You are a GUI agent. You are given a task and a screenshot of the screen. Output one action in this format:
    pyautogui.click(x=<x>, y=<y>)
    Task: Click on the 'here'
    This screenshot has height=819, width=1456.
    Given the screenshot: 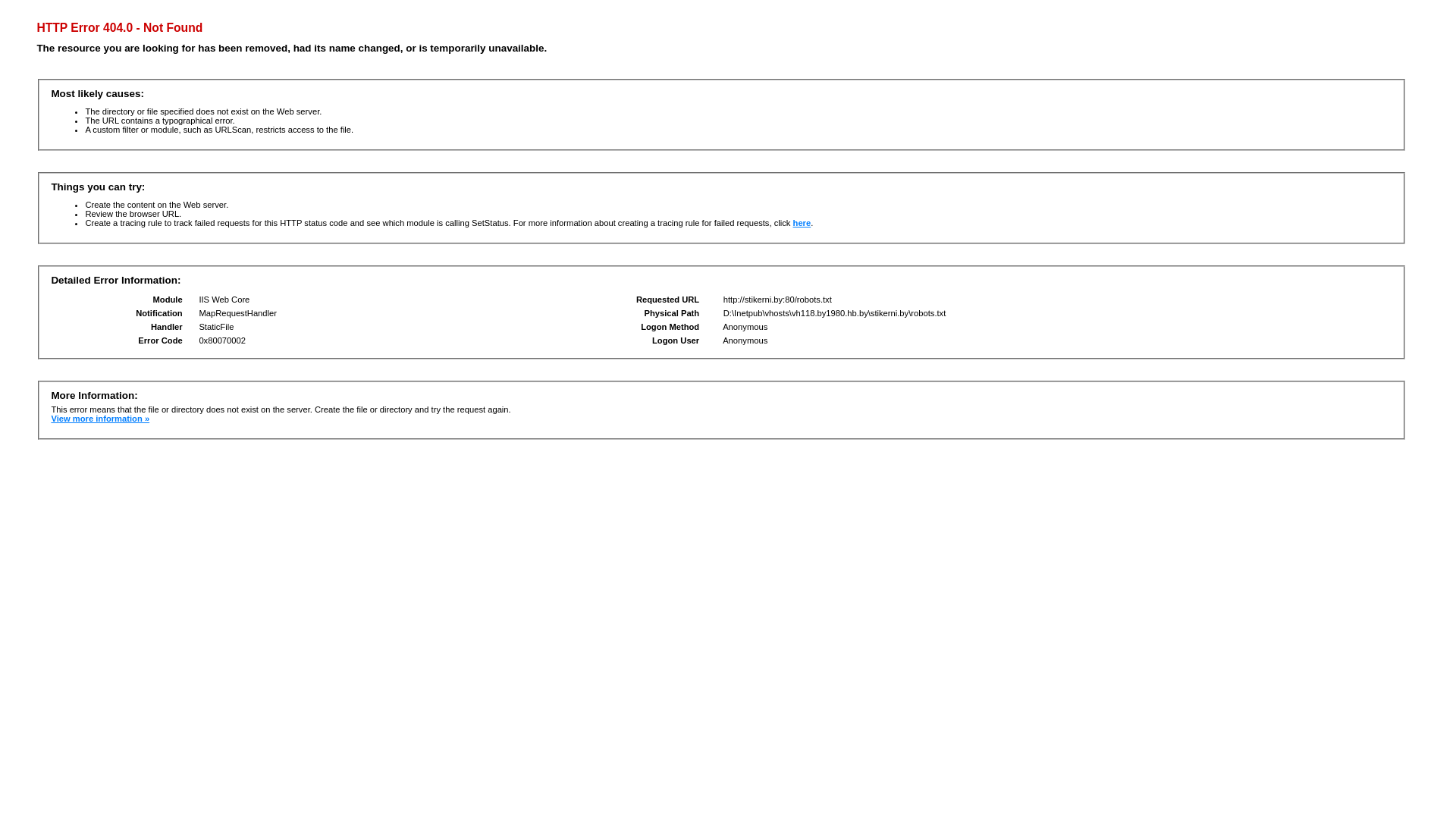 What is the action you would take?
    pyautogui.click(x=801, y=222)
    